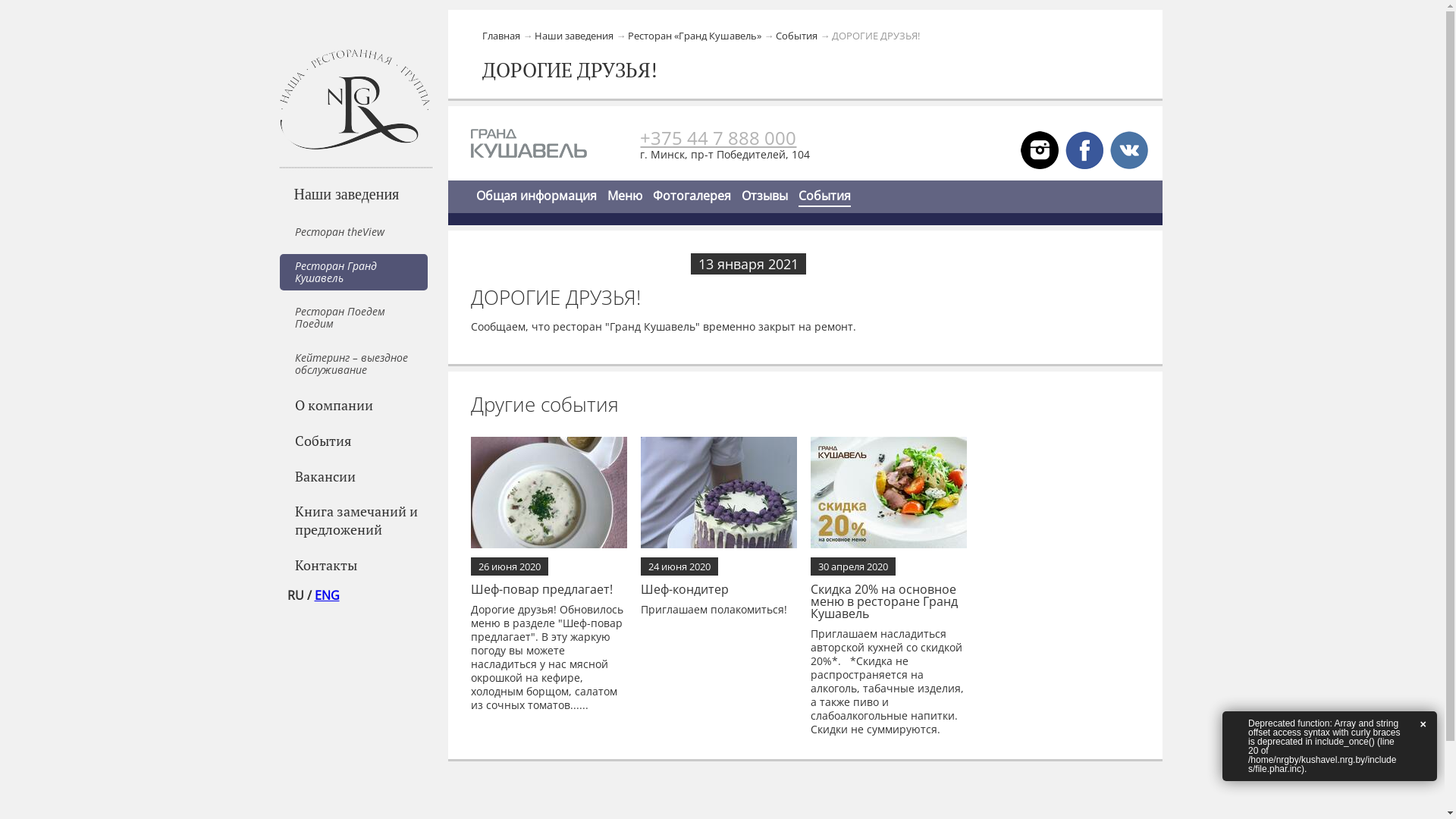 The image size is (1456, 819). I want to click on 'FB', so click(1084, 149).